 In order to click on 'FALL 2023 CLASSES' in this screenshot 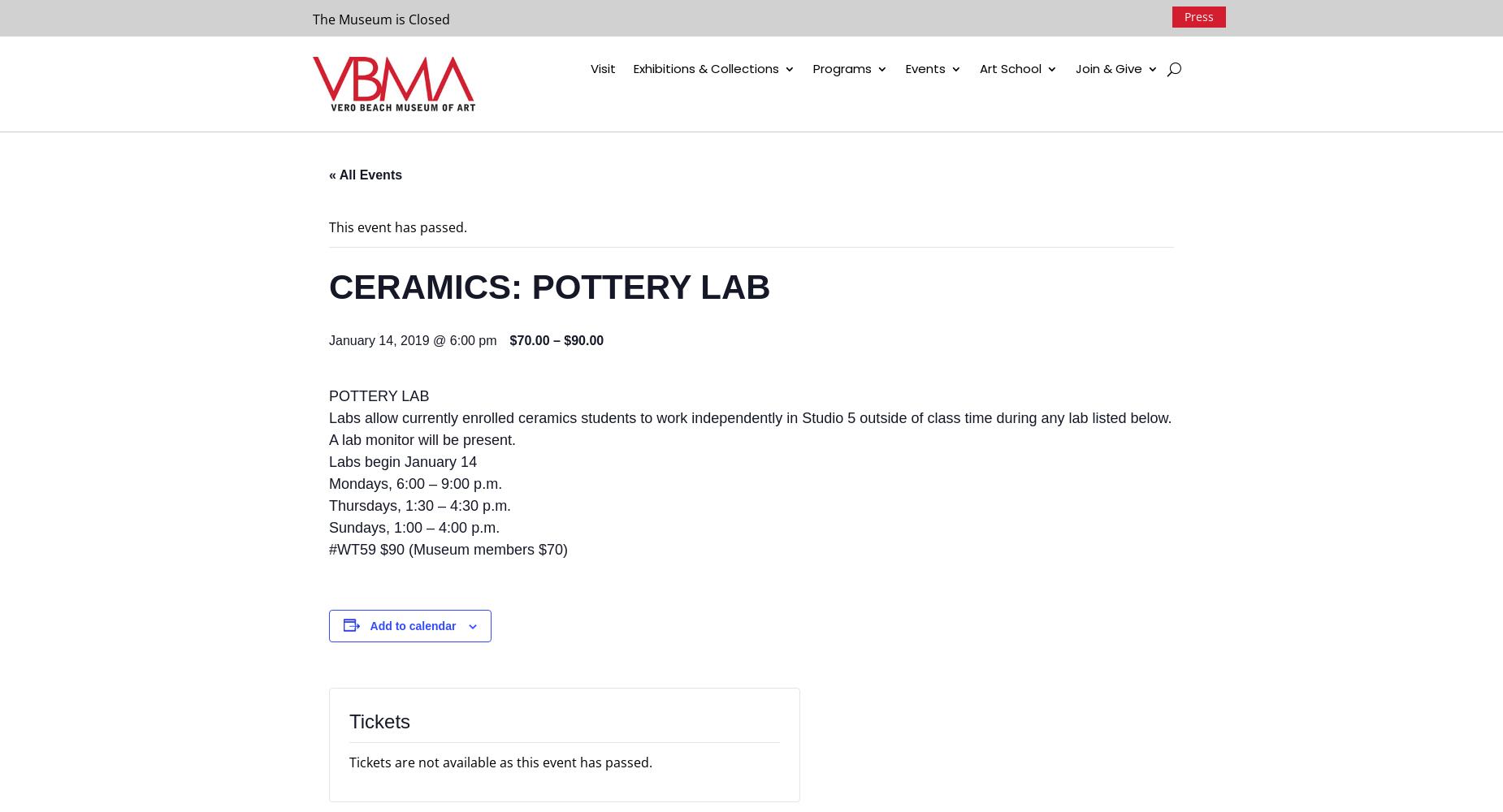, I will do `click(1059, 102)`.